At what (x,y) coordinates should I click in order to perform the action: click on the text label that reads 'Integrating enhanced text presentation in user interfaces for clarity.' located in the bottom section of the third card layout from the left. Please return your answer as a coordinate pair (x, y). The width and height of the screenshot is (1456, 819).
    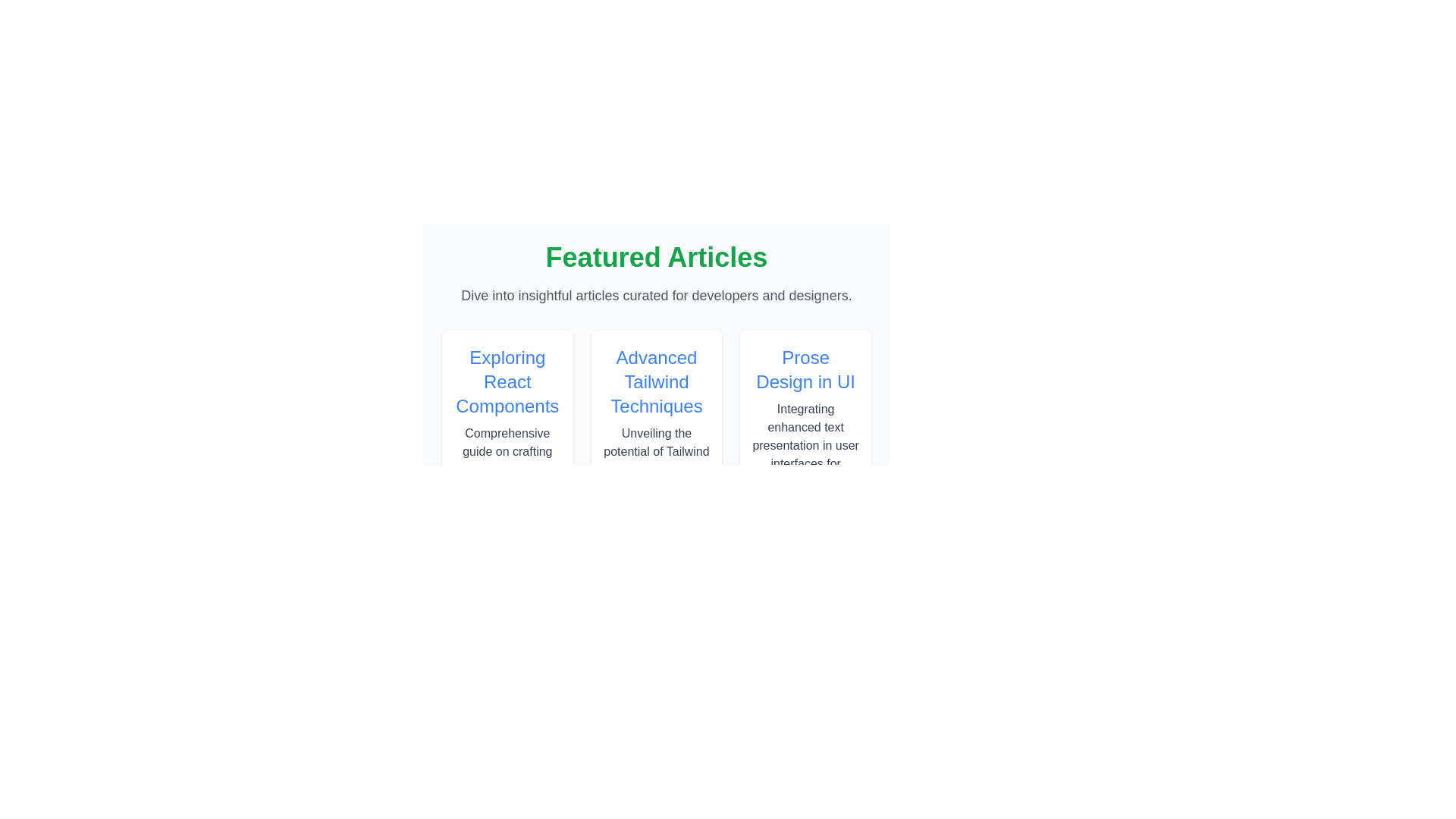
    Looking at the image, I should click on (805, 444).